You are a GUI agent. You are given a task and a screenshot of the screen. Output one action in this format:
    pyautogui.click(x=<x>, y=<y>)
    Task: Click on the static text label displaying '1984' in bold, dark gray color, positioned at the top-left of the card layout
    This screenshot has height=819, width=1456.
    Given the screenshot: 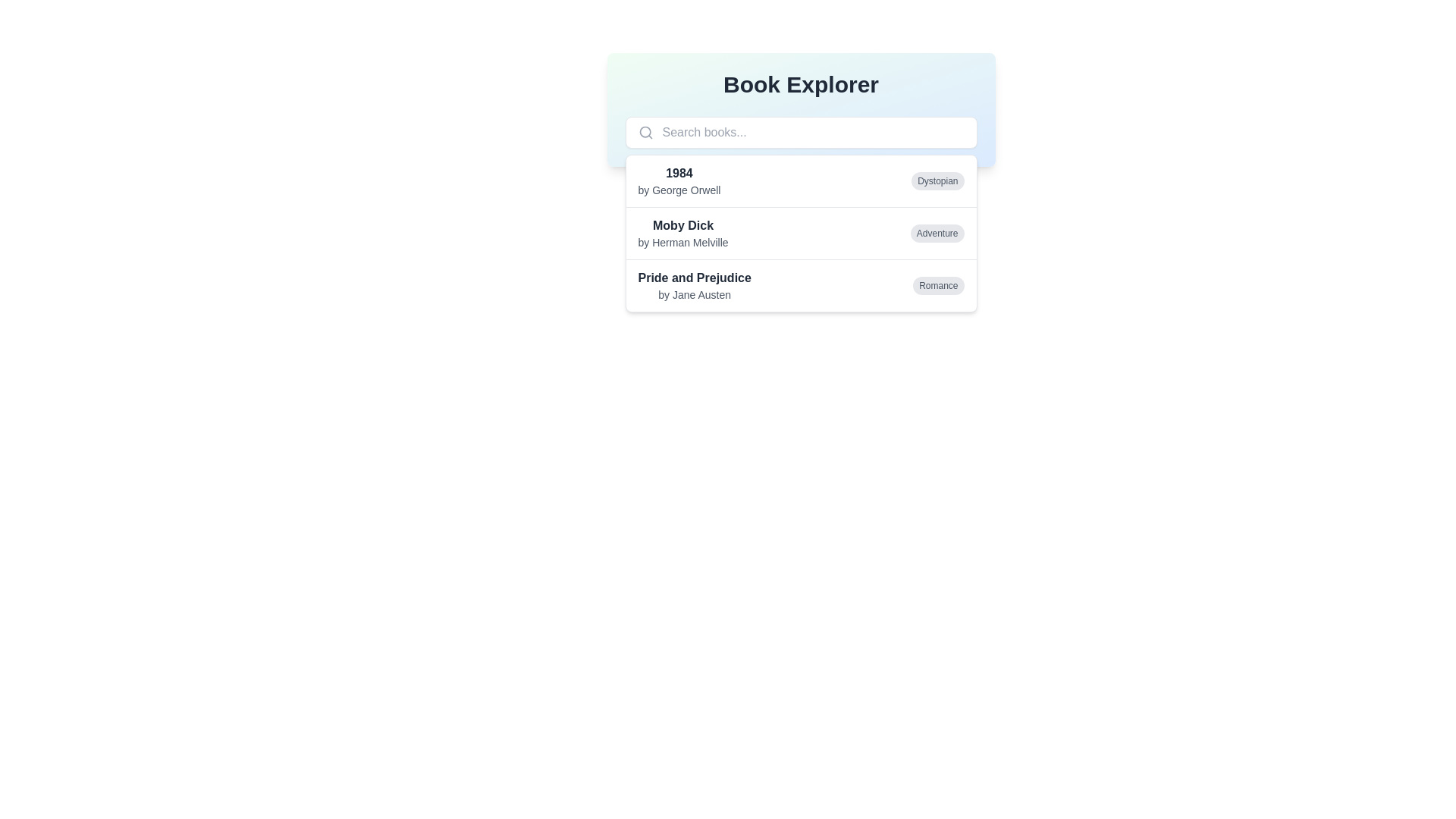 What is the action you would take?
    pyautogui.click(x=679, y=172)
    